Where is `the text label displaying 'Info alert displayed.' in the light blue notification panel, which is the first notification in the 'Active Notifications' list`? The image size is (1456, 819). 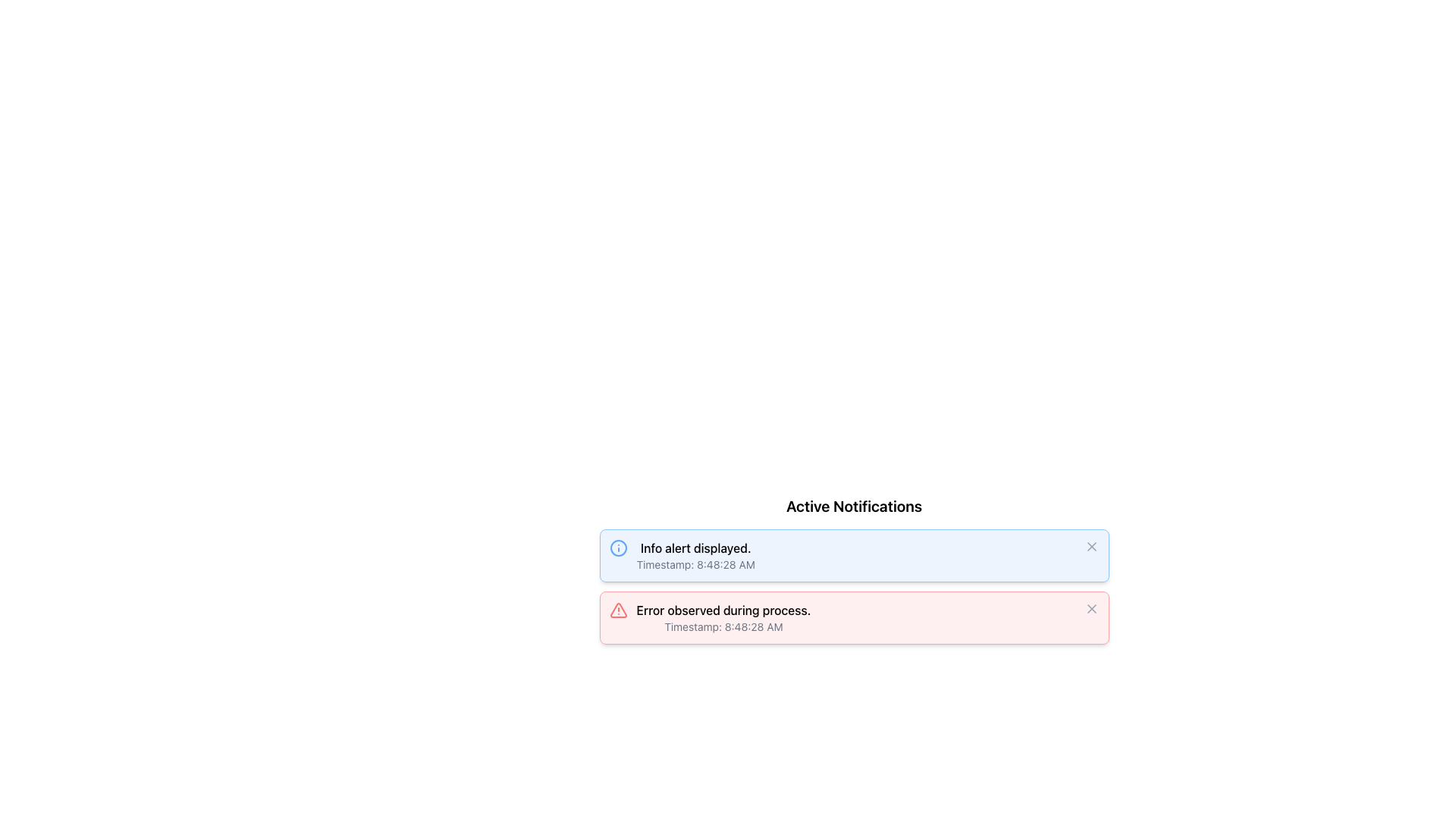 the text label displaying 'Info alert displayed.' in the light blue notification panel, which is the first notification in the 'Active Notifications' list is located at coordinates (695, 548).